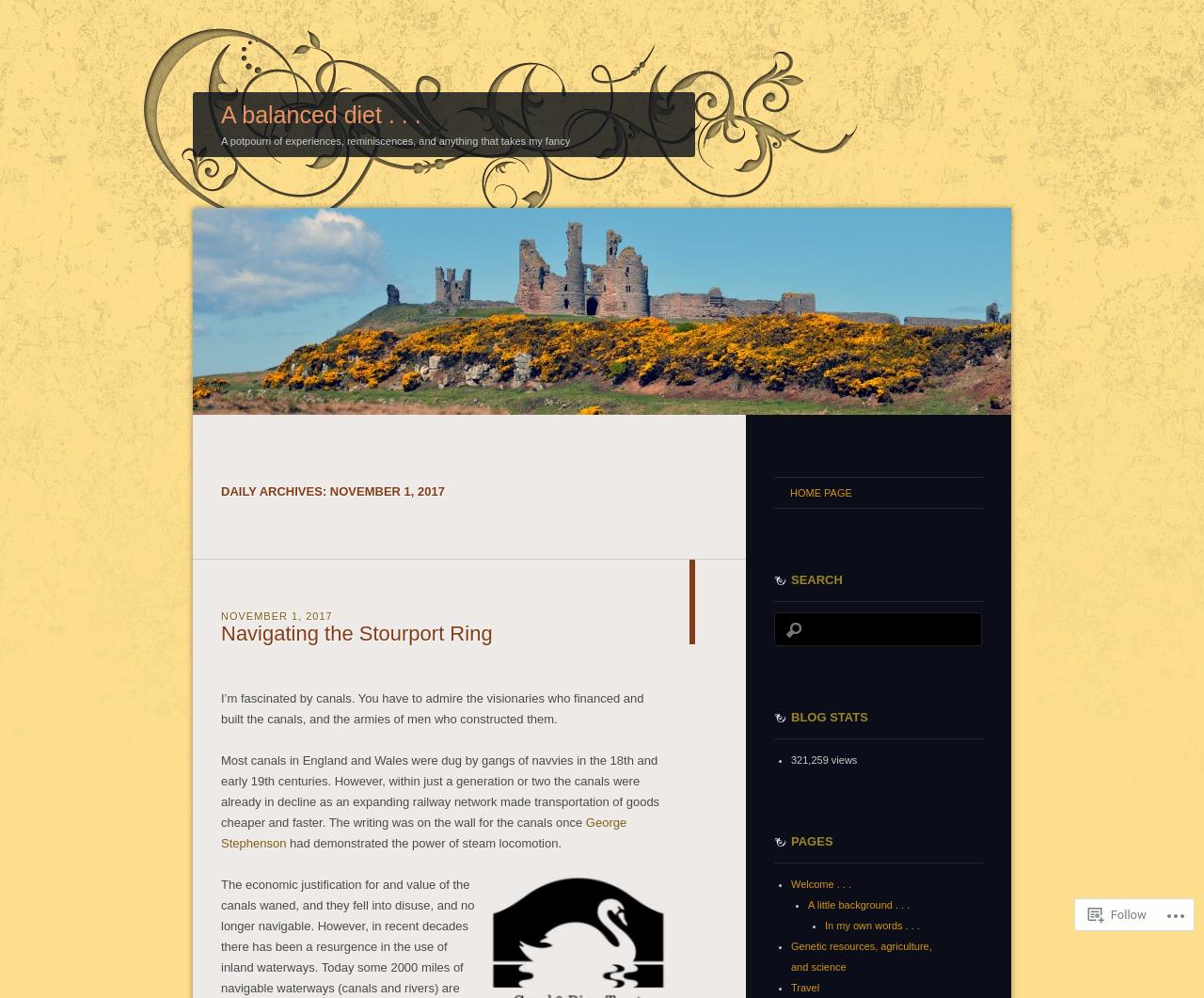 This screenshot has height=998, width=1204. What do you see at coordinates (824, 758) in the screenshot?
I see `'321,259 views'` at bounding box center [824, 758].